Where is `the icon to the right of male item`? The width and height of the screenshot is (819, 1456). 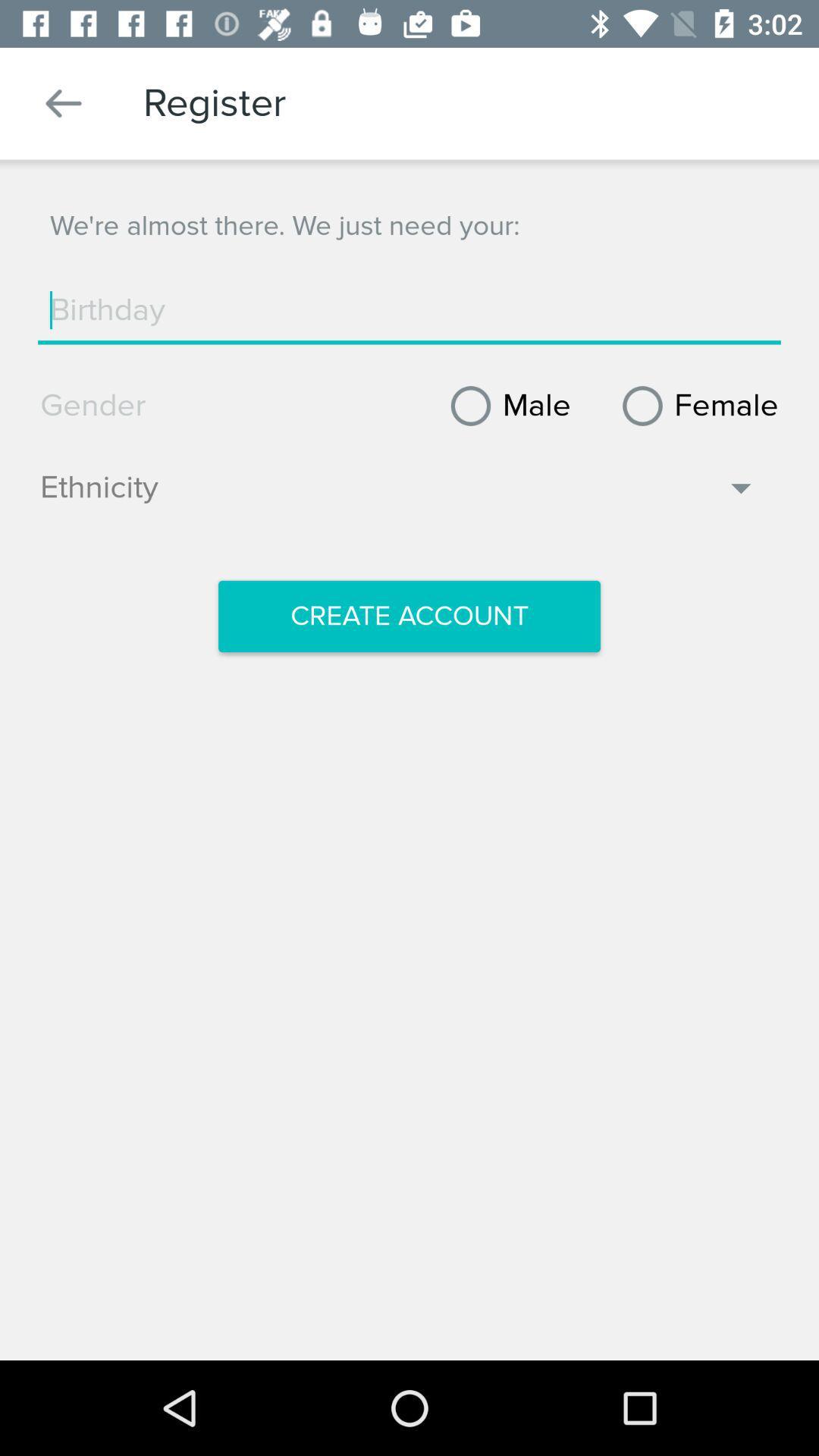
the icon to the right of male item is located at coordinates (695, 406).